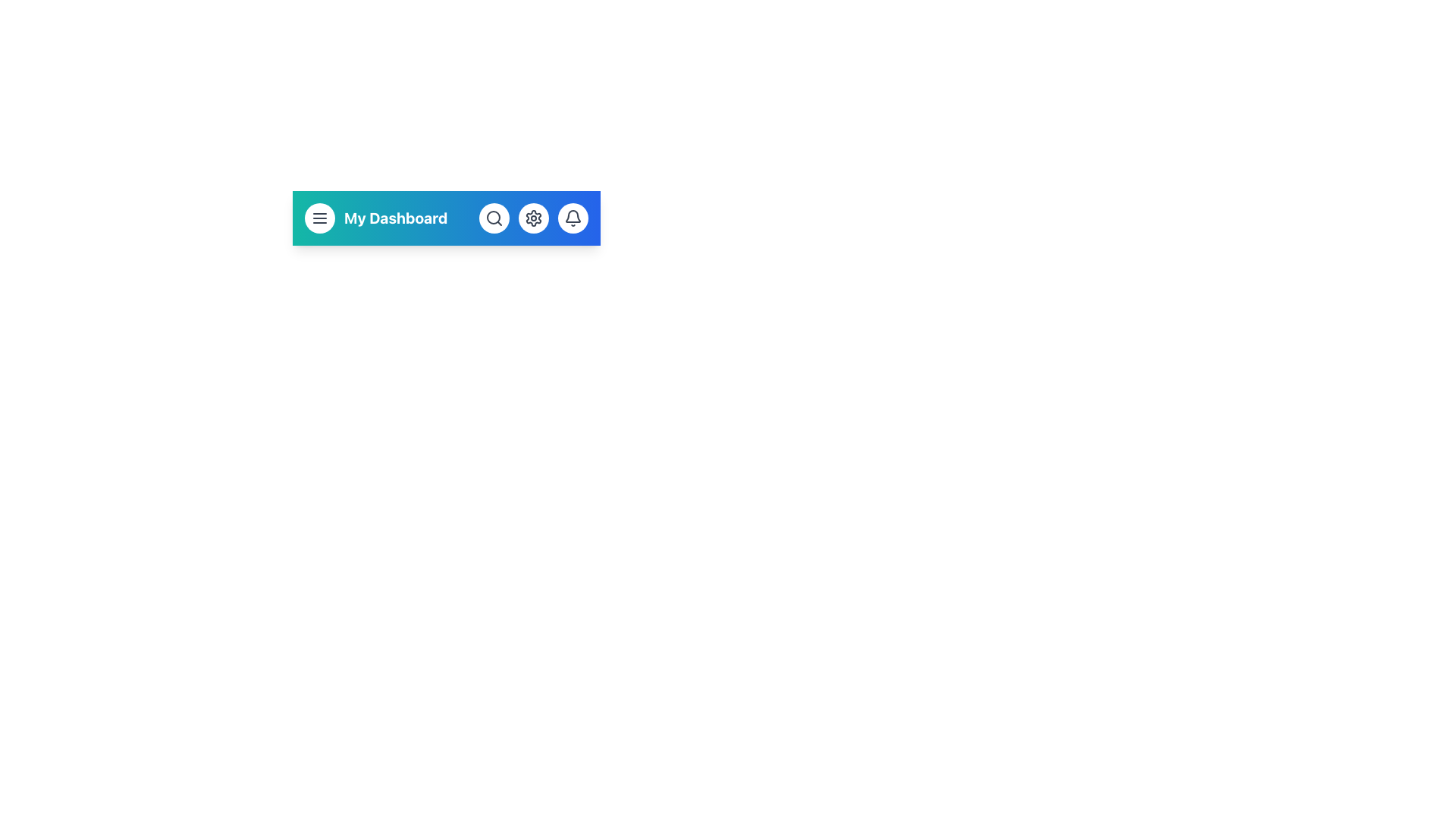 Image resolution: width=1456 pixels, height=819 pixels. Describe the element at coordinates (572, 218) in the screenshot. I see `the circular button with a bell icon, located at the far right of the toolbar` at that location.